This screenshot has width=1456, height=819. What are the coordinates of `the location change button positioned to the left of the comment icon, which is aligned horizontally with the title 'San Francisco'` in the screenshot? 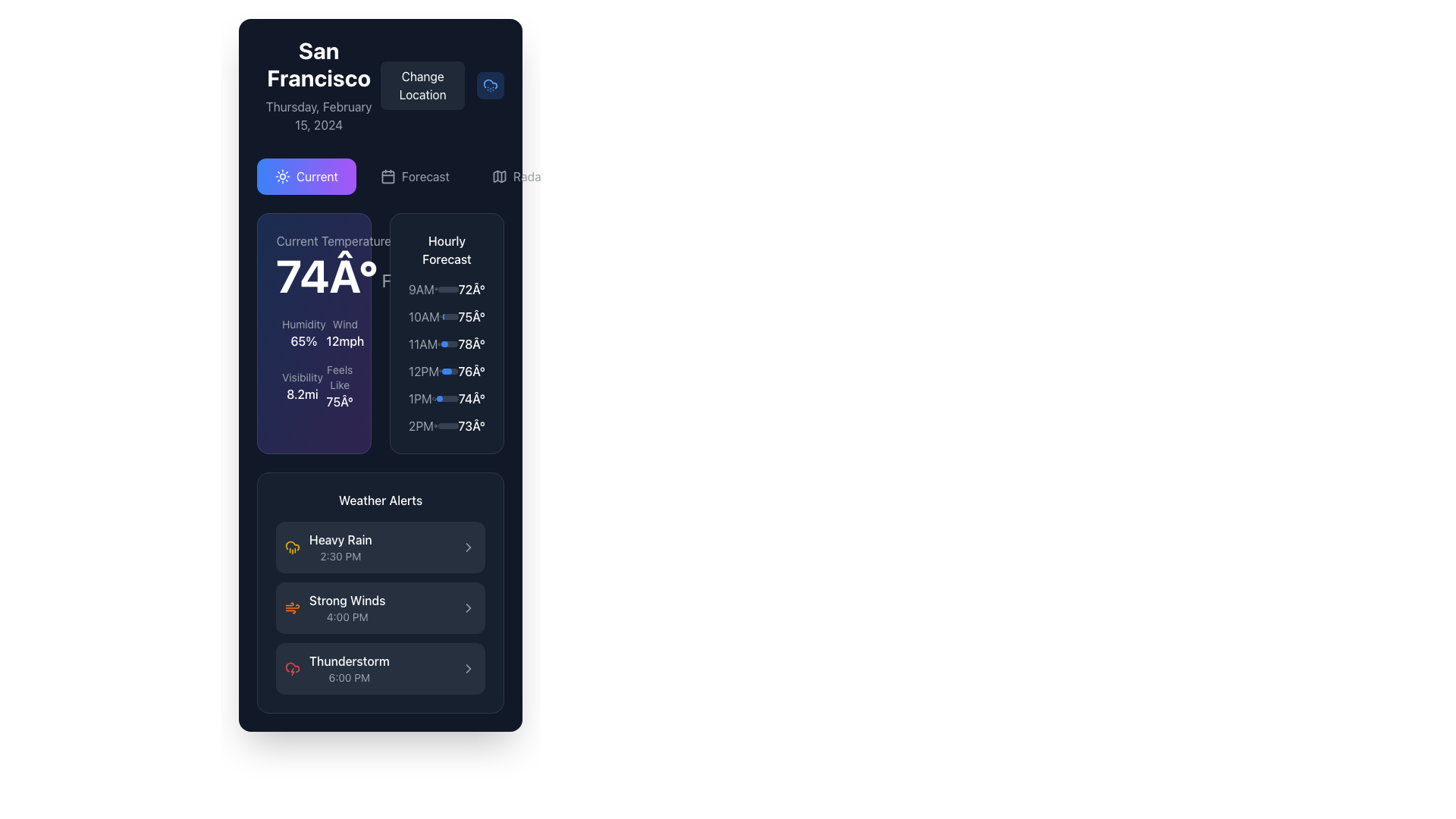 It's located at (422, 85).